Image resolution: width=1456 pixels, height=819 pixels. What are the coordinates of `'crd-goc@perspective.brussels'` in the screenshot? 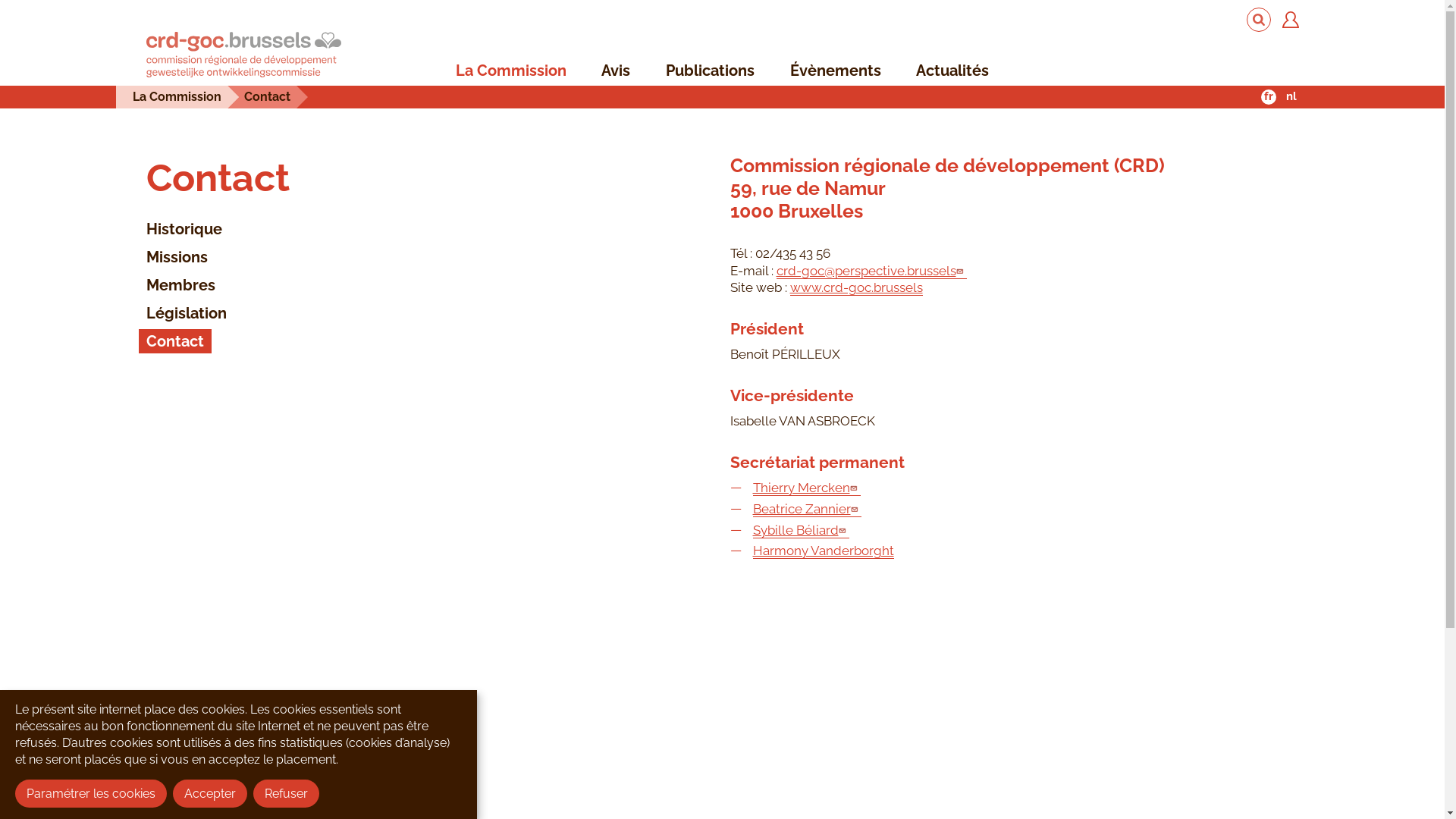 It's located at (871, 270).